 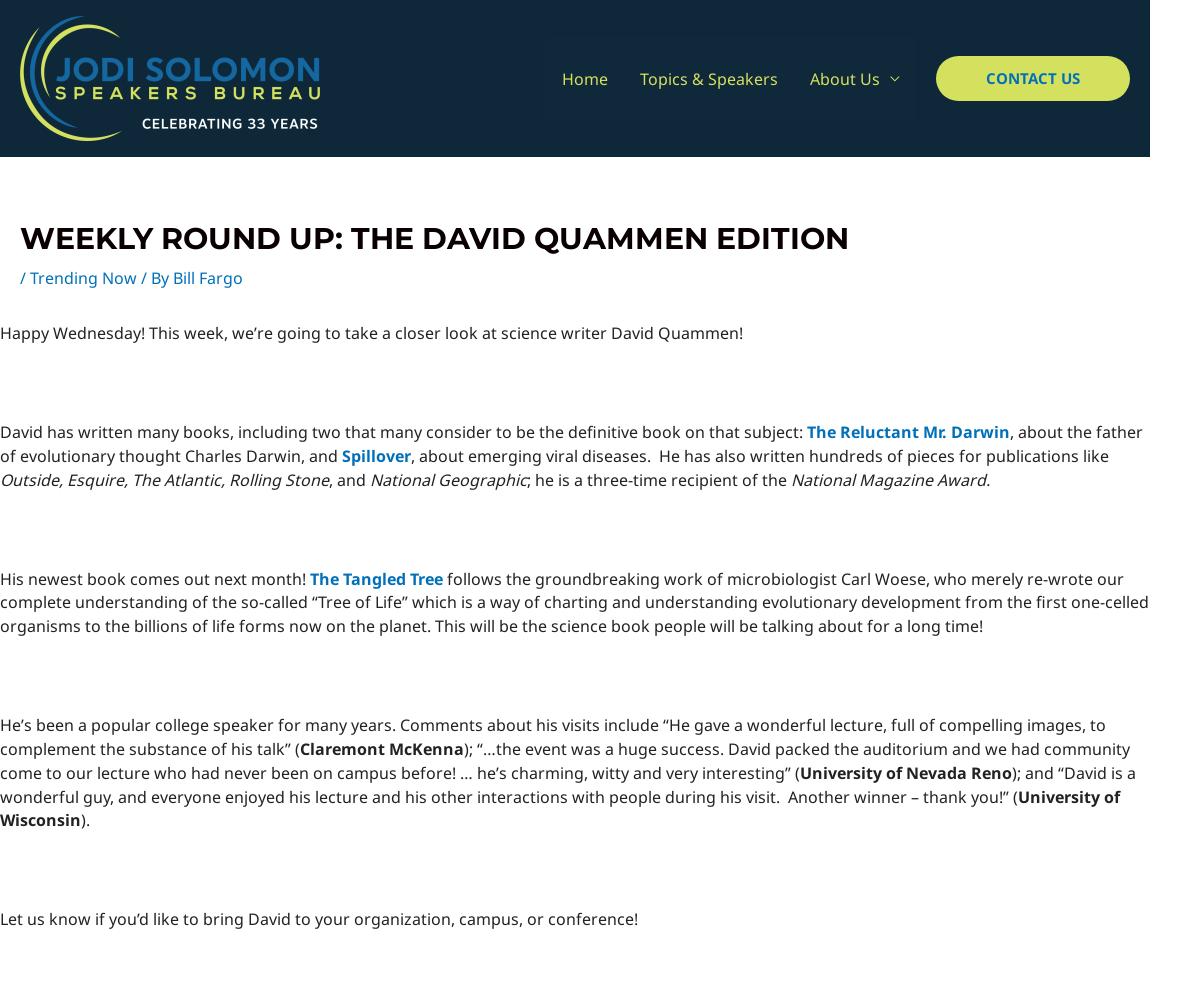 I want to click on '); and “David is a wonderful guy, and everyone enjoyed his lecture and his other interactions with people during his visit.  Another winner – thank you!” (', so click(x=567, y=784).